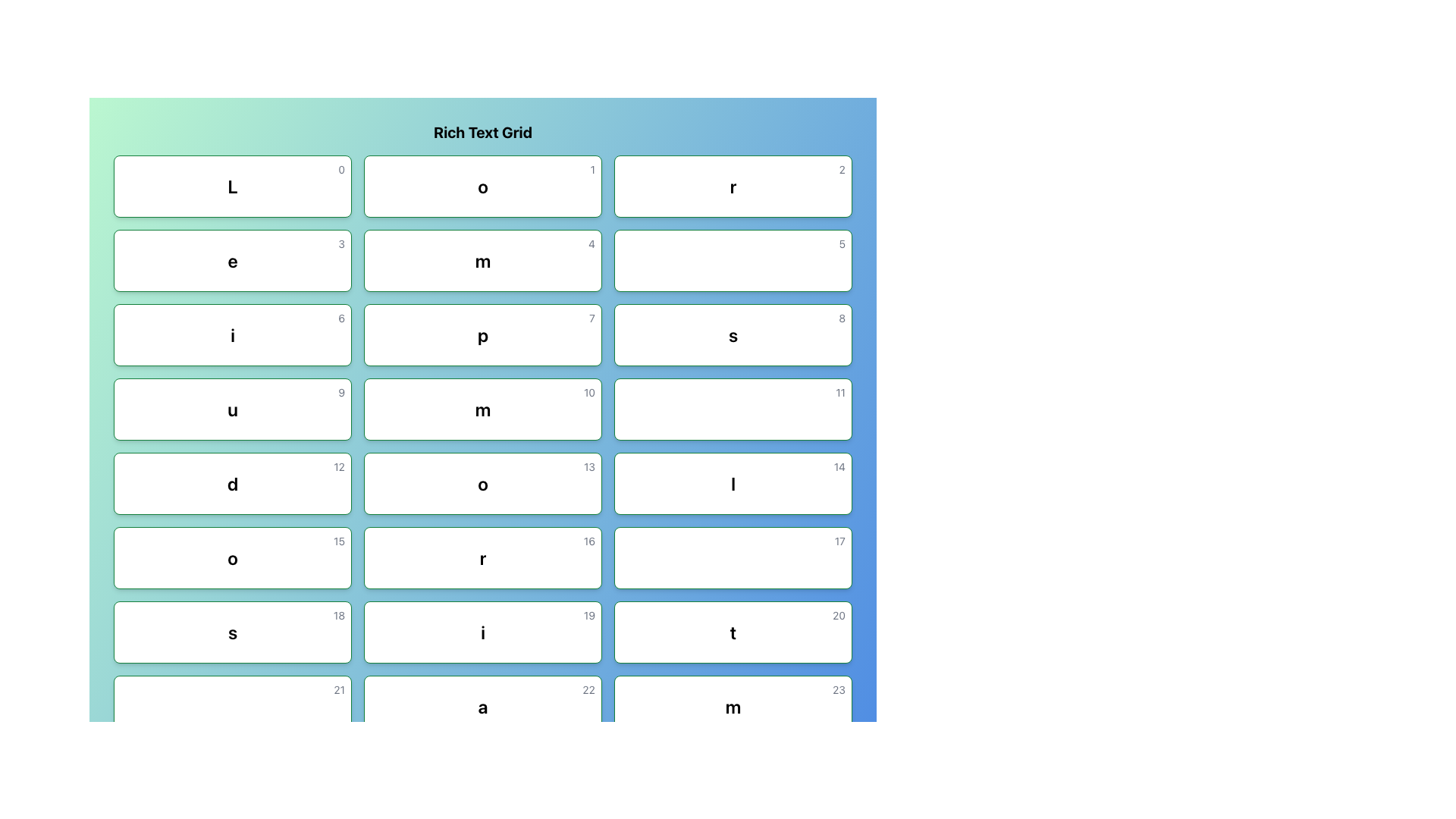 The width and height of the screenshot is (1456, 819). What do you see at coordinates (232, 334) in the screenshot?
I see `the text-based UI component styled as a title or header that prominently features the letter 'i' within the grid layout` at bounding box center [232, 334].